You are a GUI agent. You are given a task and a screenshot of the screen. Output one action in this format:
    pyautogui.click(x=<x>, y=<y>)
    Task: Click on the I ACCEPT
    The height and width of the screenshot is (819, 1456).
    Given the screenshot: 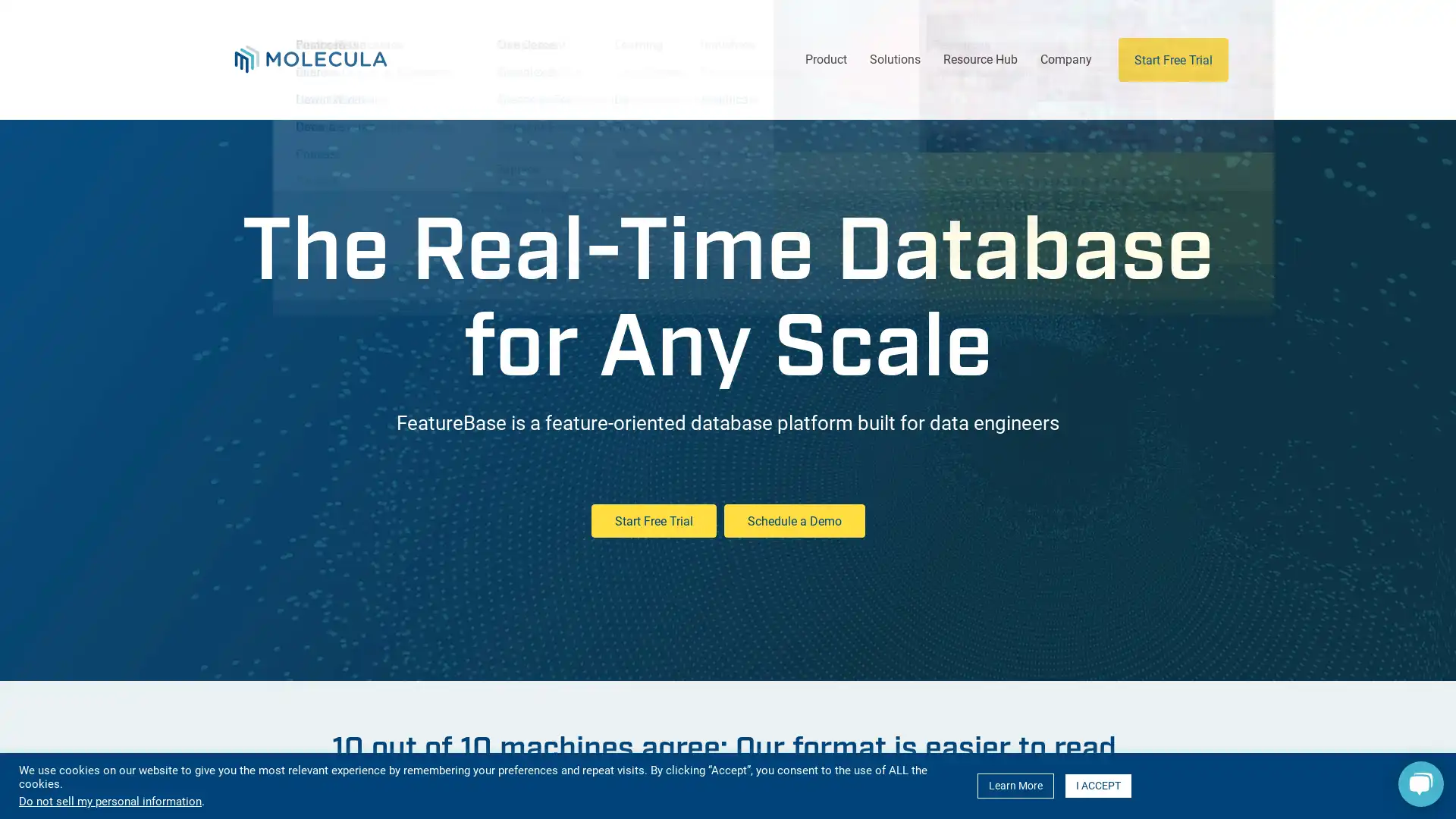 What is the action you would take?
    pyautogui.click(x=1098, y=785)
    